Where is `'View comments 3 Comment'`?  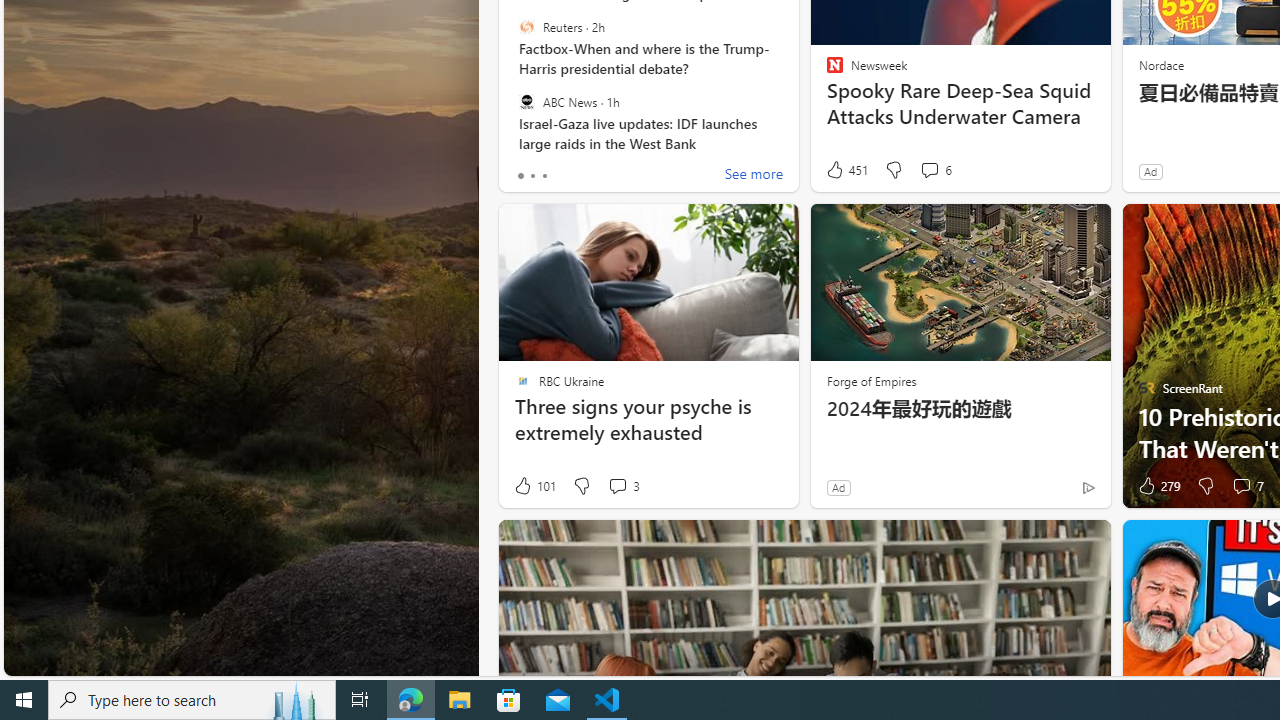
'View comments 3 Comment' is located at coordinates (622, 486).